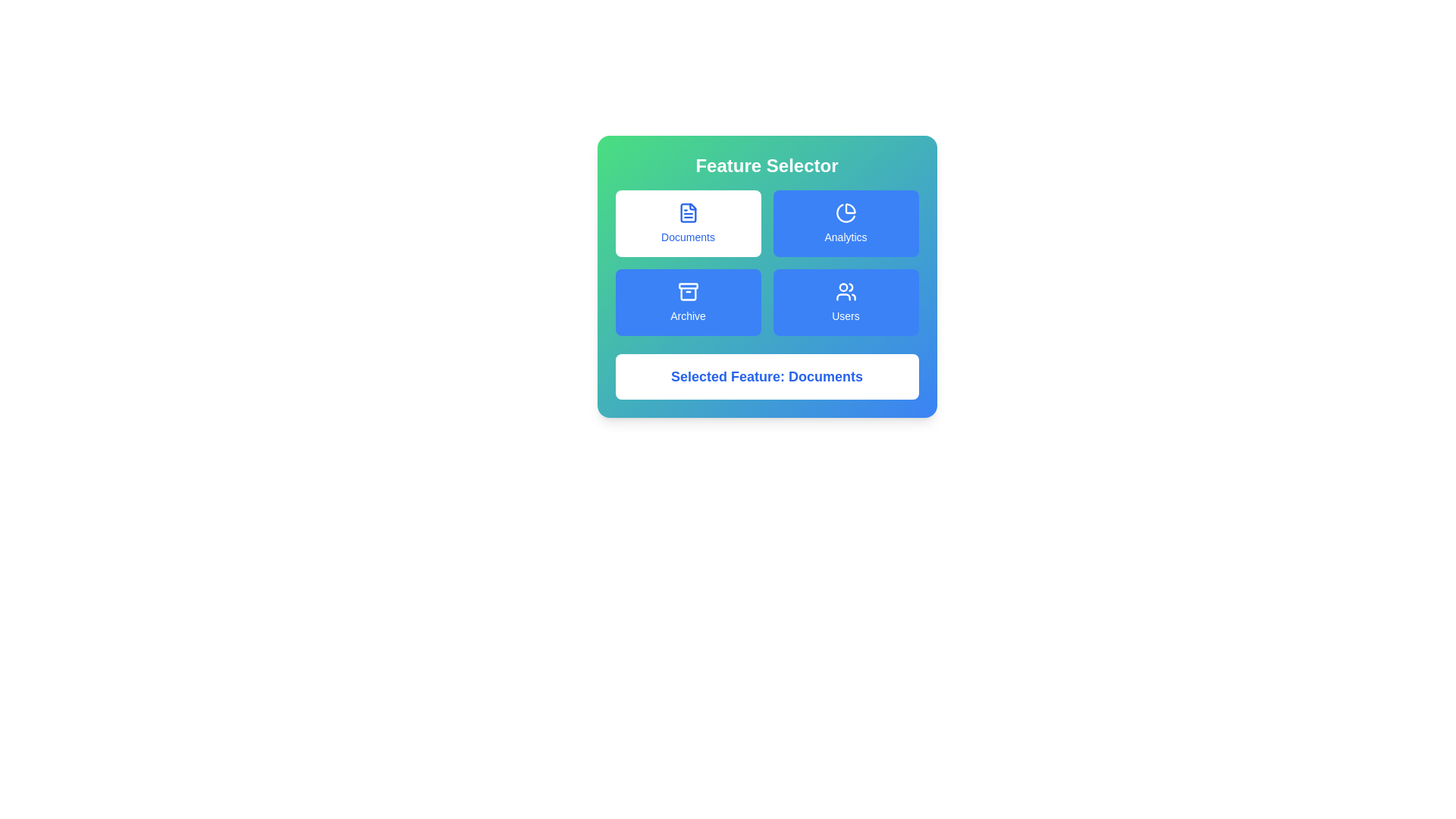  What do you see at coordinates (687, 286) in the screenshot?
I see `top lid of the archive box icon, which is represented by the SVG rectangle component located in the second row, first column of the grid layout` at bounding box center [687, 286].